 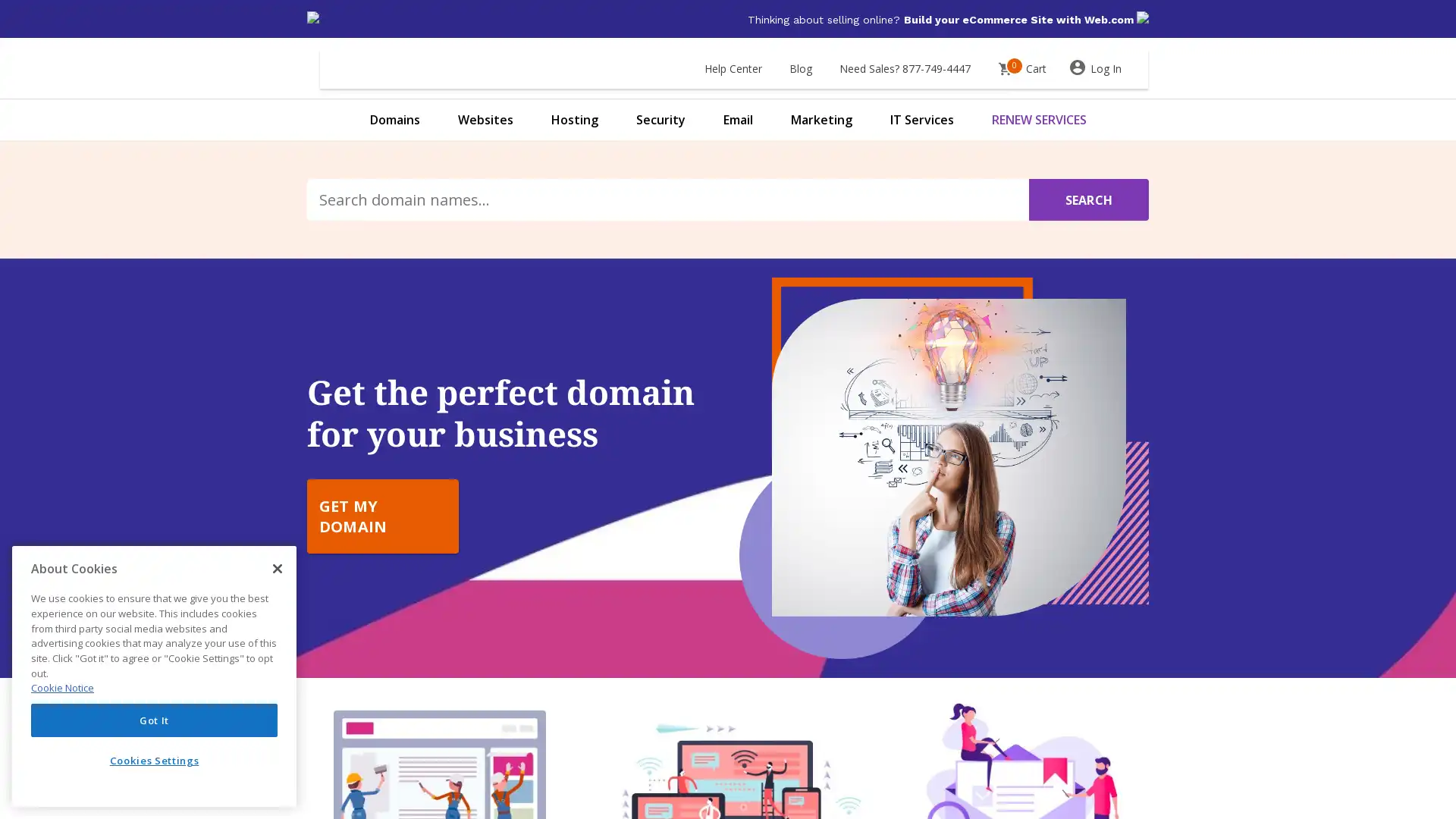 I want to click on Got It, so click(x=154, y=719).